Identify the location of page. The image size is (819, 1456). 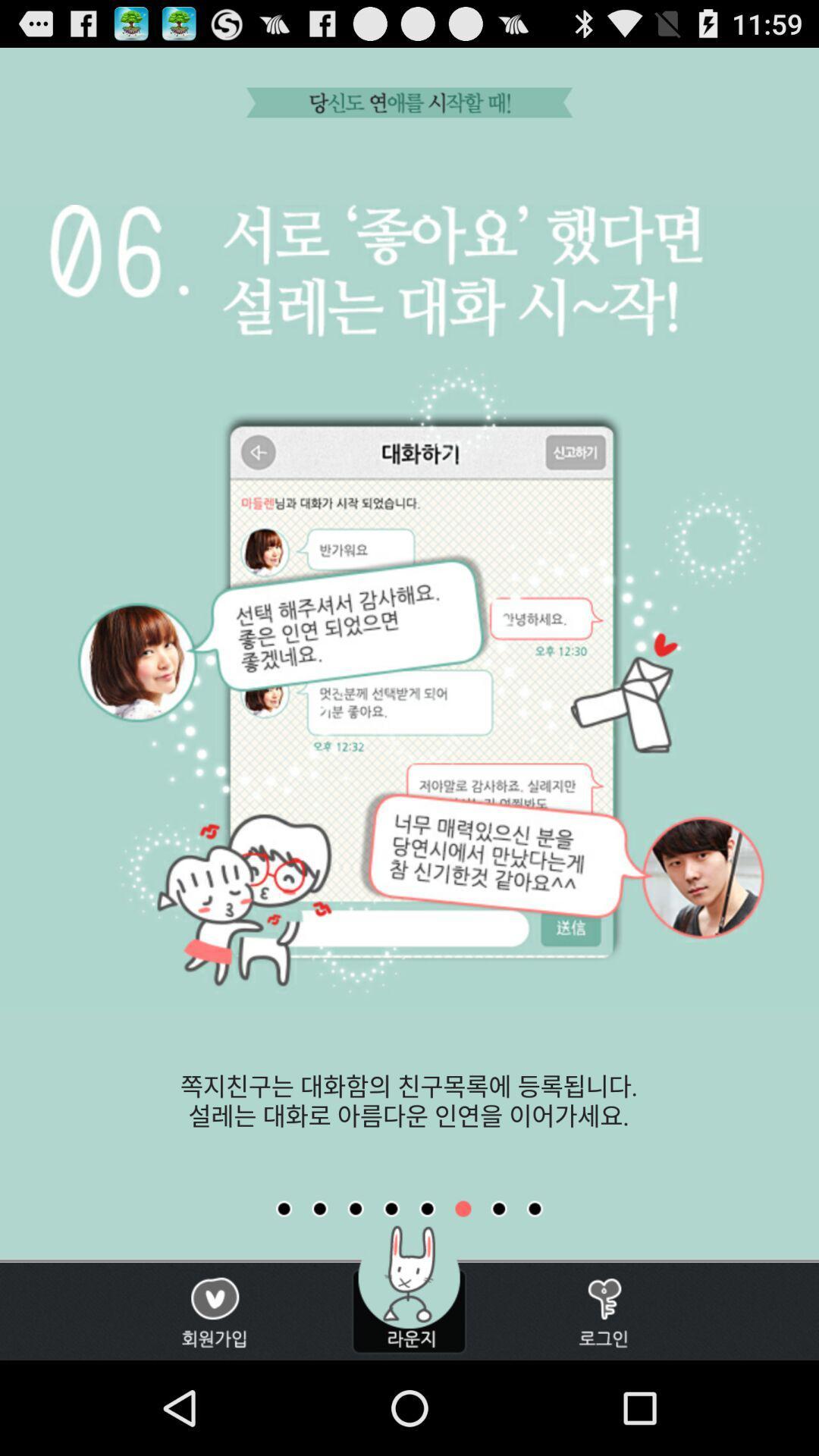
(534, 1208).